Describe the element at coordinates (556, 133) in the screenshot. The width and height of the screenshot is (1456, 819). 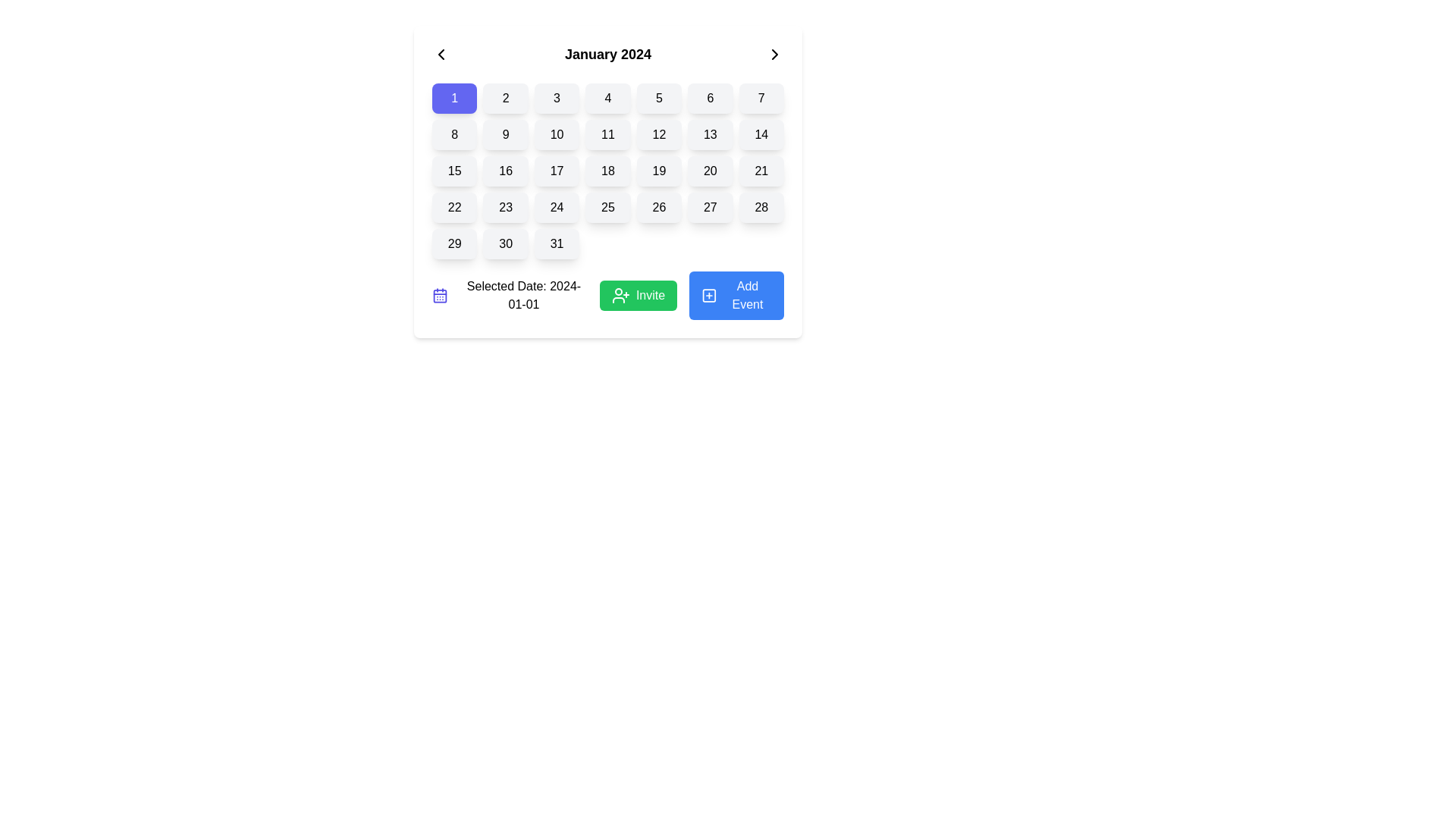
I see `the button representing the date '10' in the calendar interface` at that location.